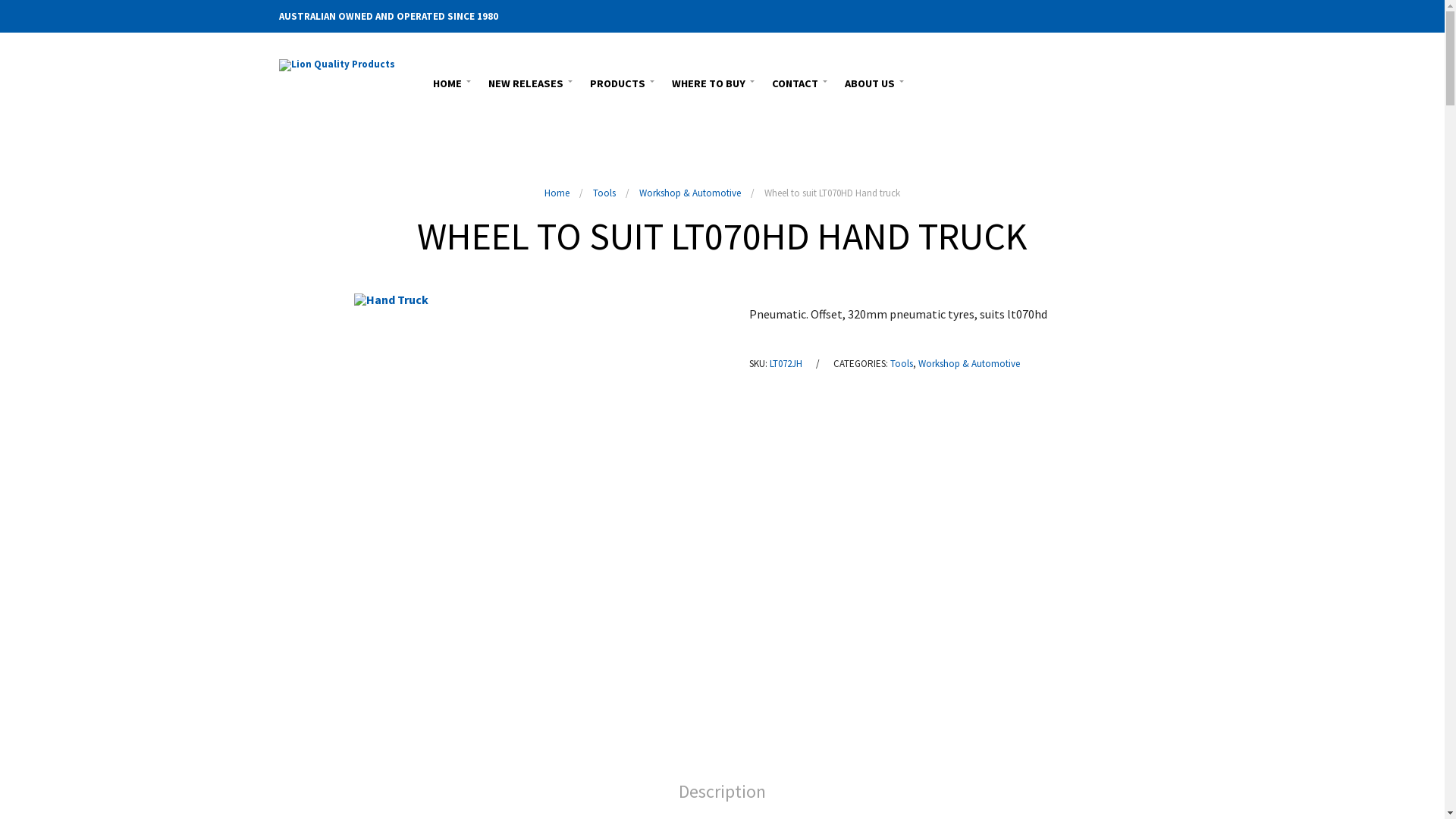 The width and height of the screenshot is (1456, 819). Describe the element at coordinates (527, 81) in the screenshot. I see `'NEW RELEASES'` at that location.